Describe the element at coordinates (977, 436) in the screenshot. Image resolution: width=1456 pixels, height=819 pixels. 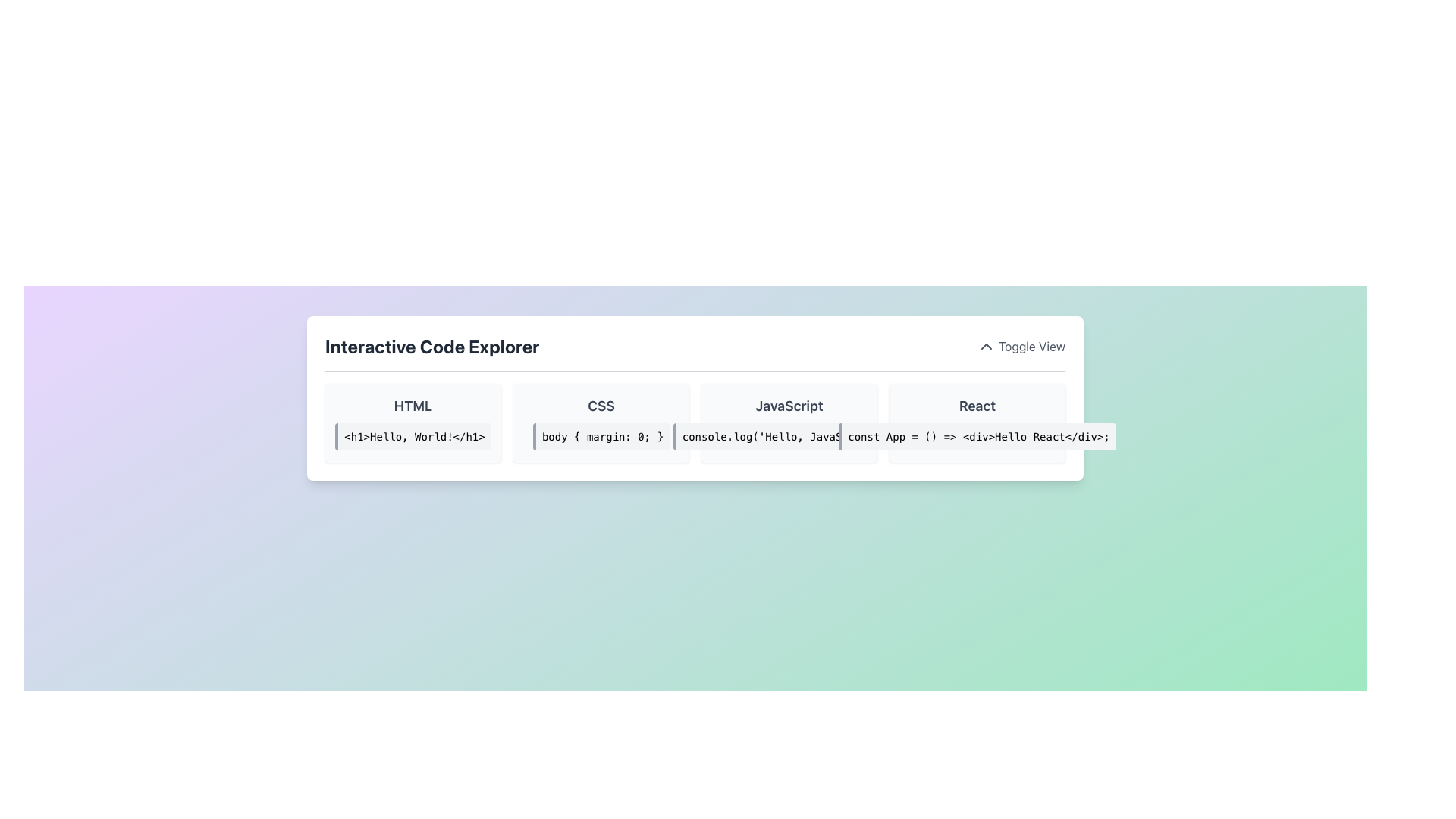
I see `the text displayed in the code snippet styled as code, which reads 'const App = () => <div>Hello React</div>;', located in the 'React' column of the code editor interface` at that location.